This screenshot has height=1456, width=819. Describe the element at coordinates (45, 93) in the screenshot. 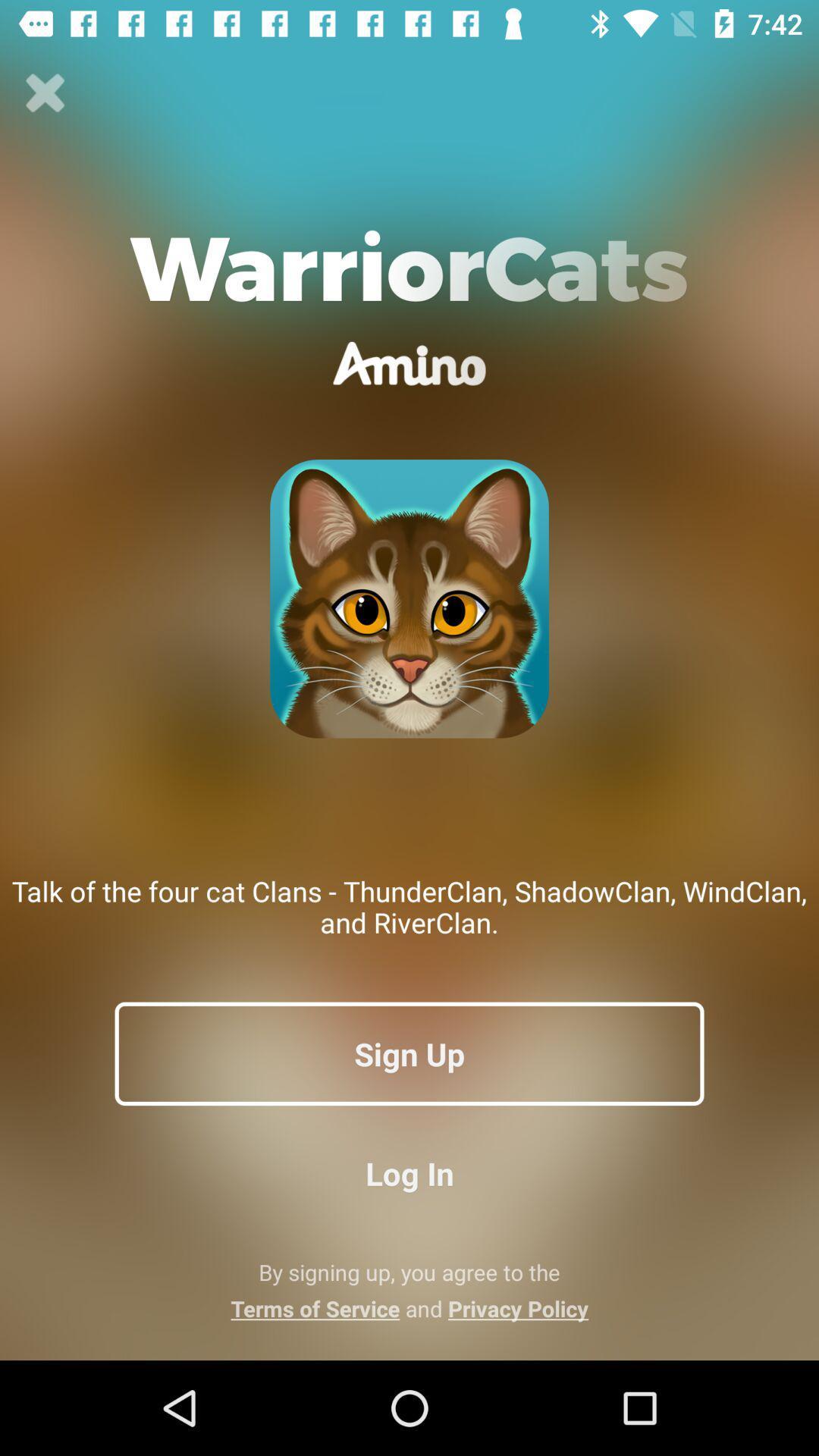

I see `the close icon` at that location.